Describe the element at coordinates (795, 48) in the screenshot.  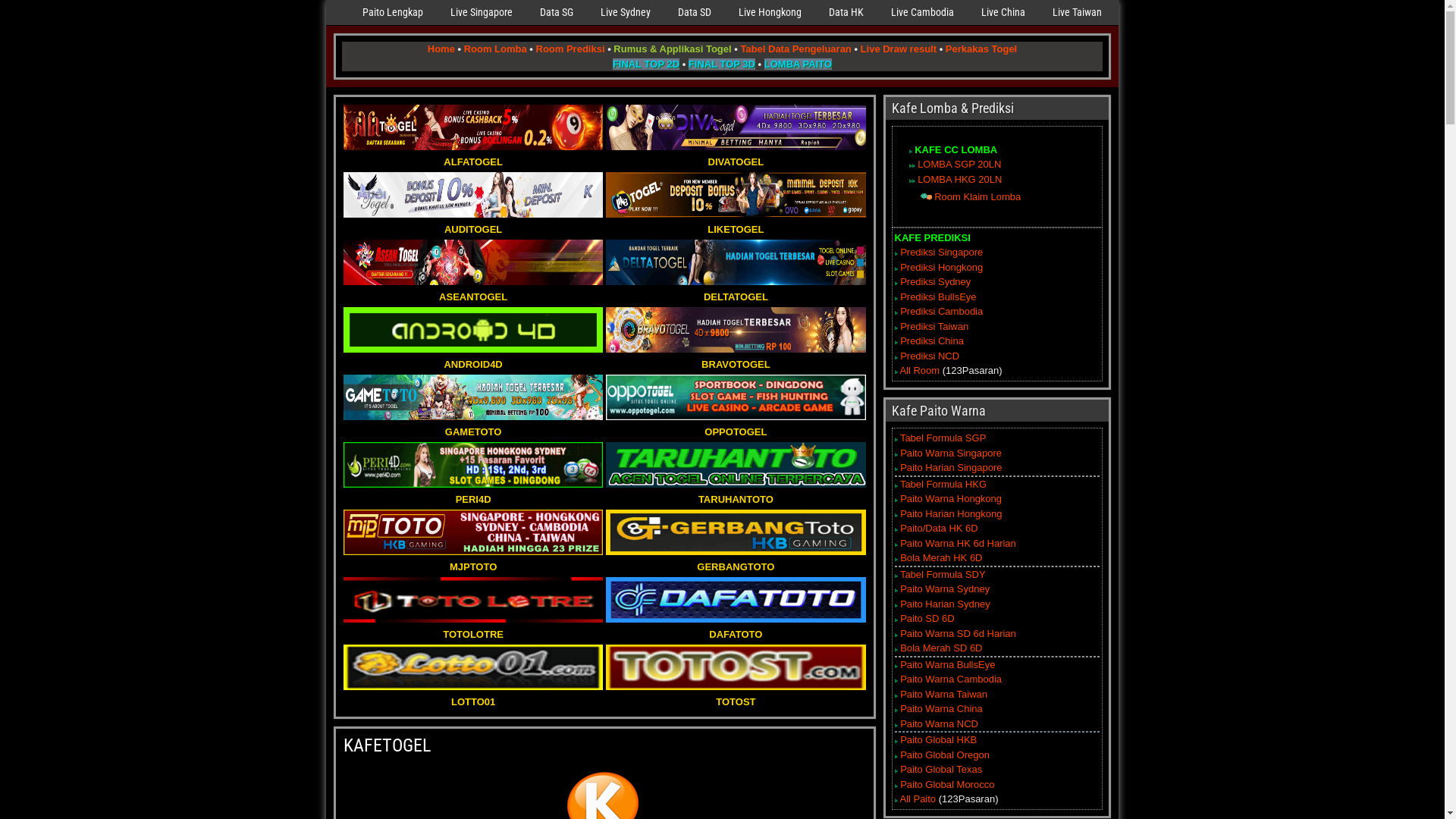
I see `'Tabel Data Pengeluaran'` at that location.